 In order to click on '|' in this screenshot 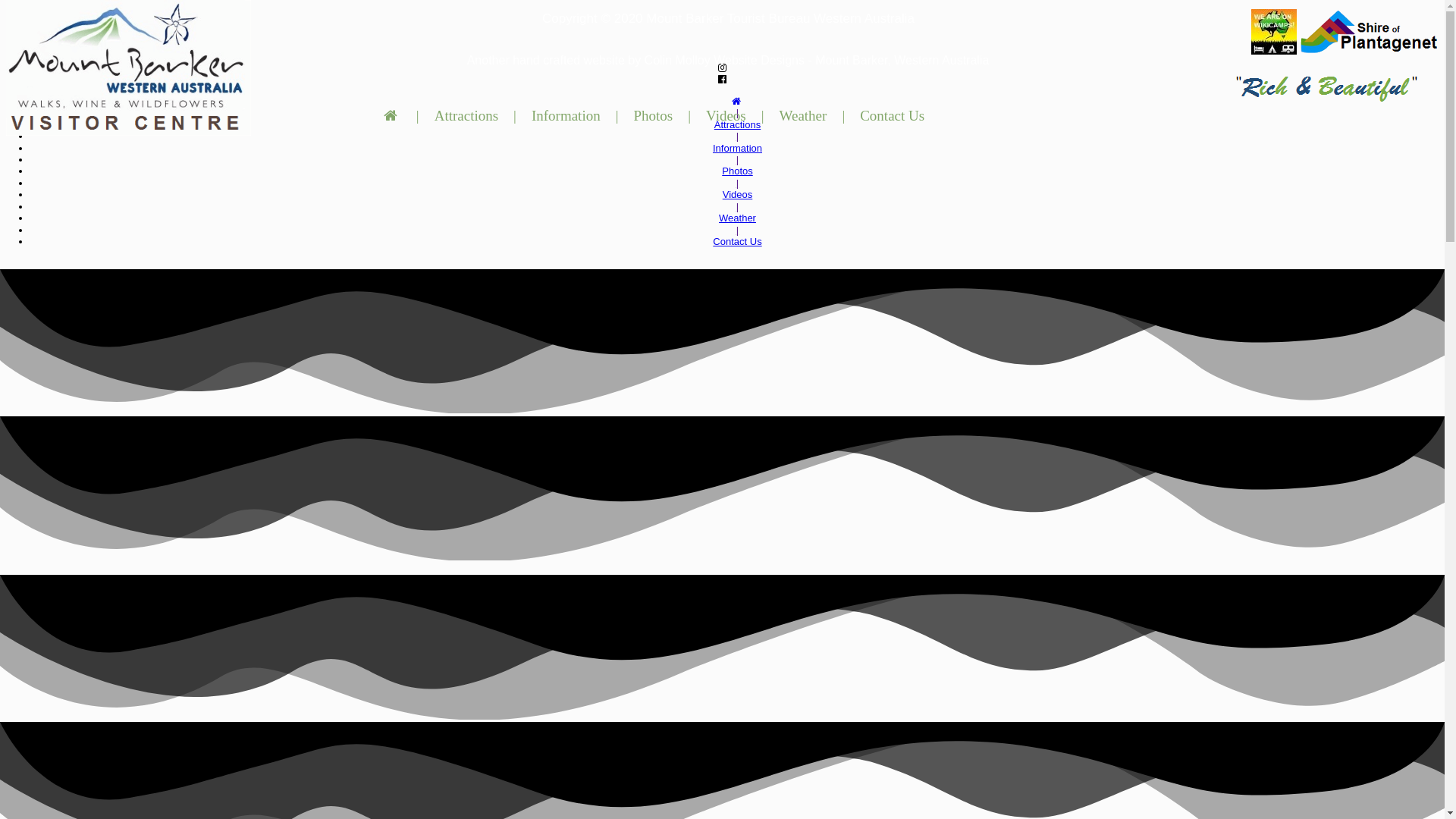, I will do `click(737, 159)`.